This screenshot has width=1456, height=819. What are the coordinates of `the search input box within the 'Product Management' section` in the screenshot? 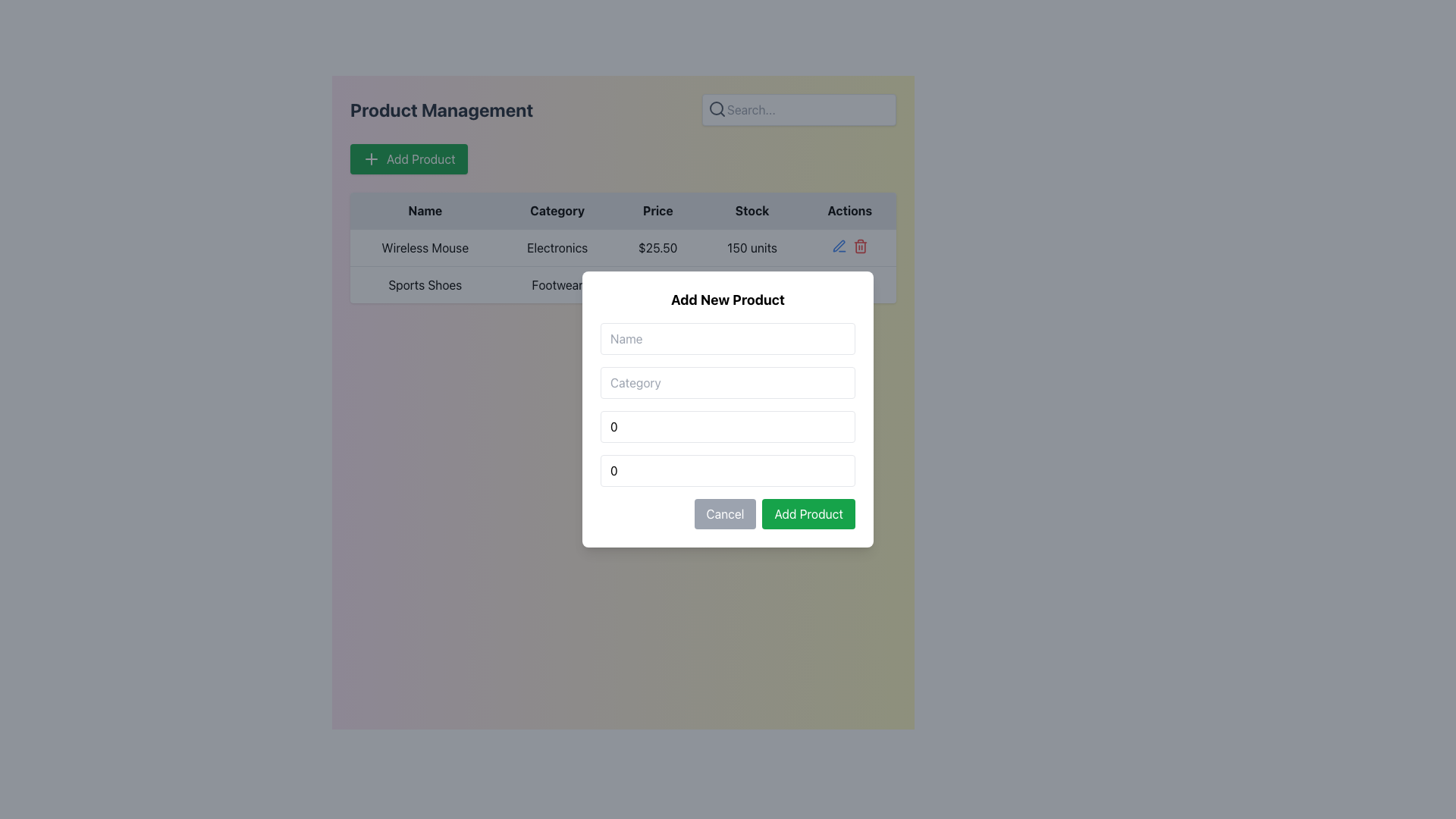 It's located at (623, 109).